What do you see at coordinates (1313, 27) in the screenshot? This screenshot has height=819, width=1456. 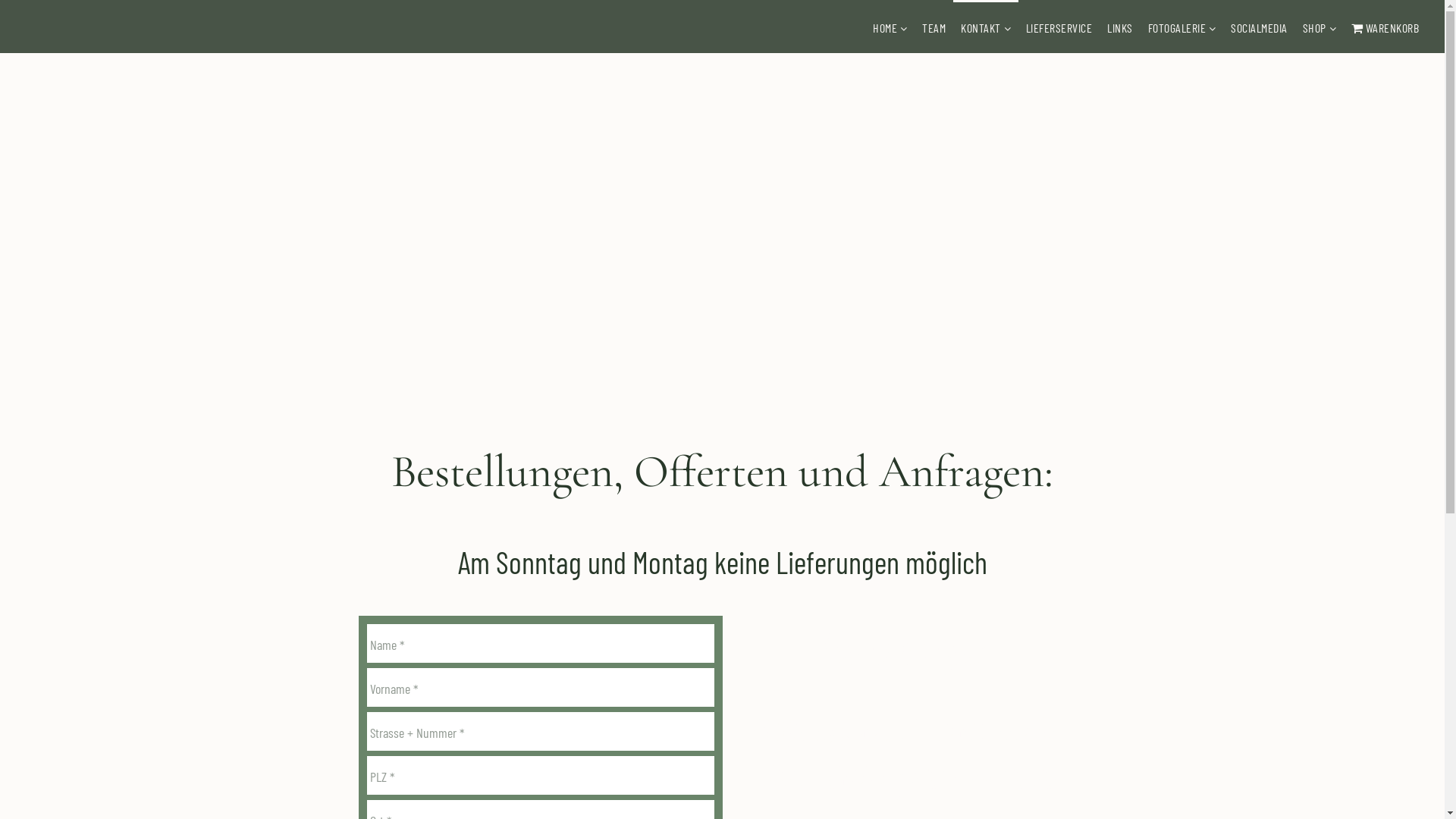 I see `'SHOP'` at bounding box center [1313, 27].